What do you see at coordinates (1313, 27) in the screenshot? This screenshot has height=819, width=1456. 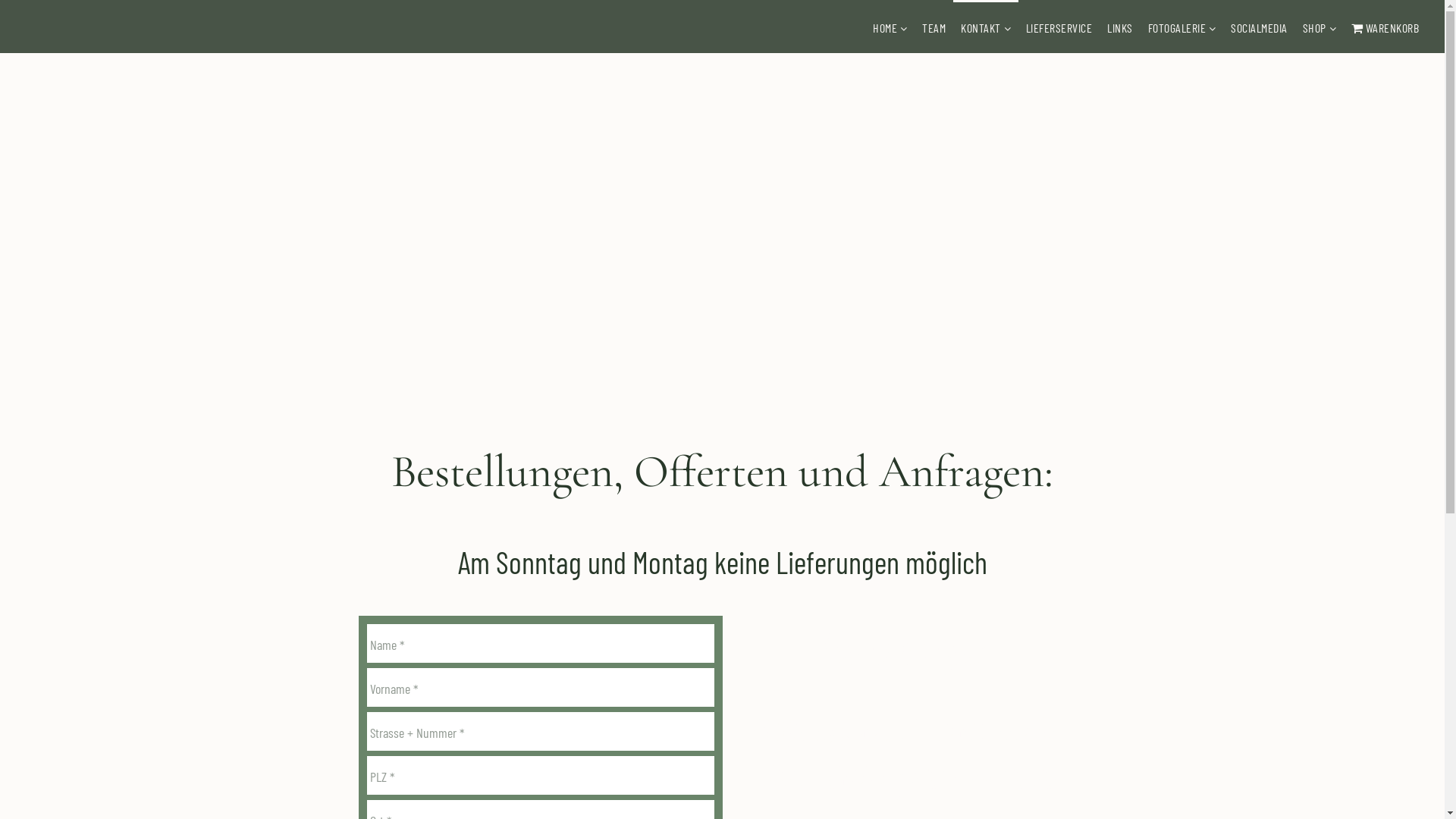 I see `'SHOP'` at bounding box center [1313, 27].